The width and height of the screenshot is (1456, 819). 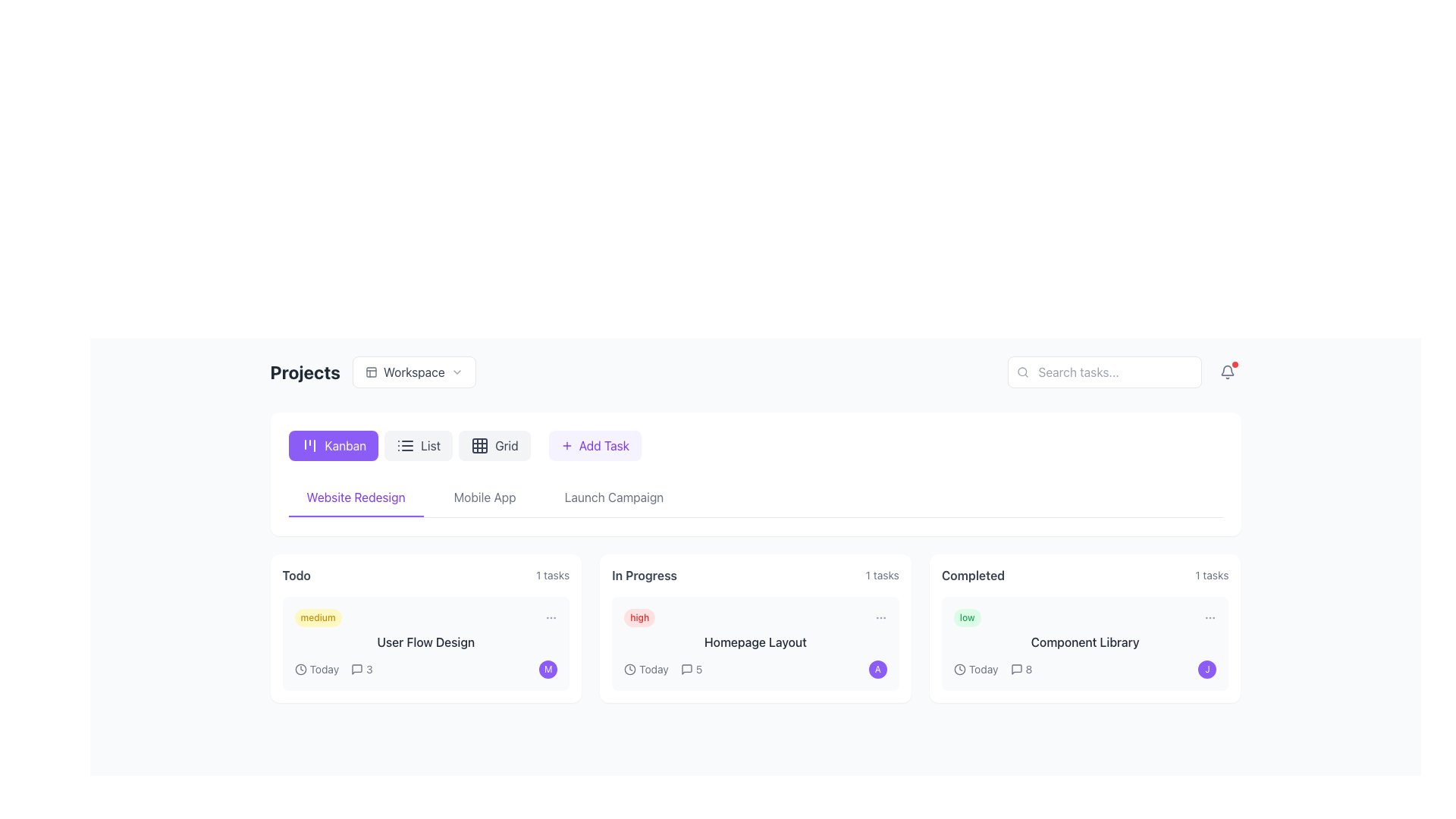 What do you see at coordinates (663, 669) in the screenshot?
I see `the Text label displaying 'Today 5' located in the 'In Progress' section under the task box labeled 'Homepage Layout'` at bounding box center [663, 669].